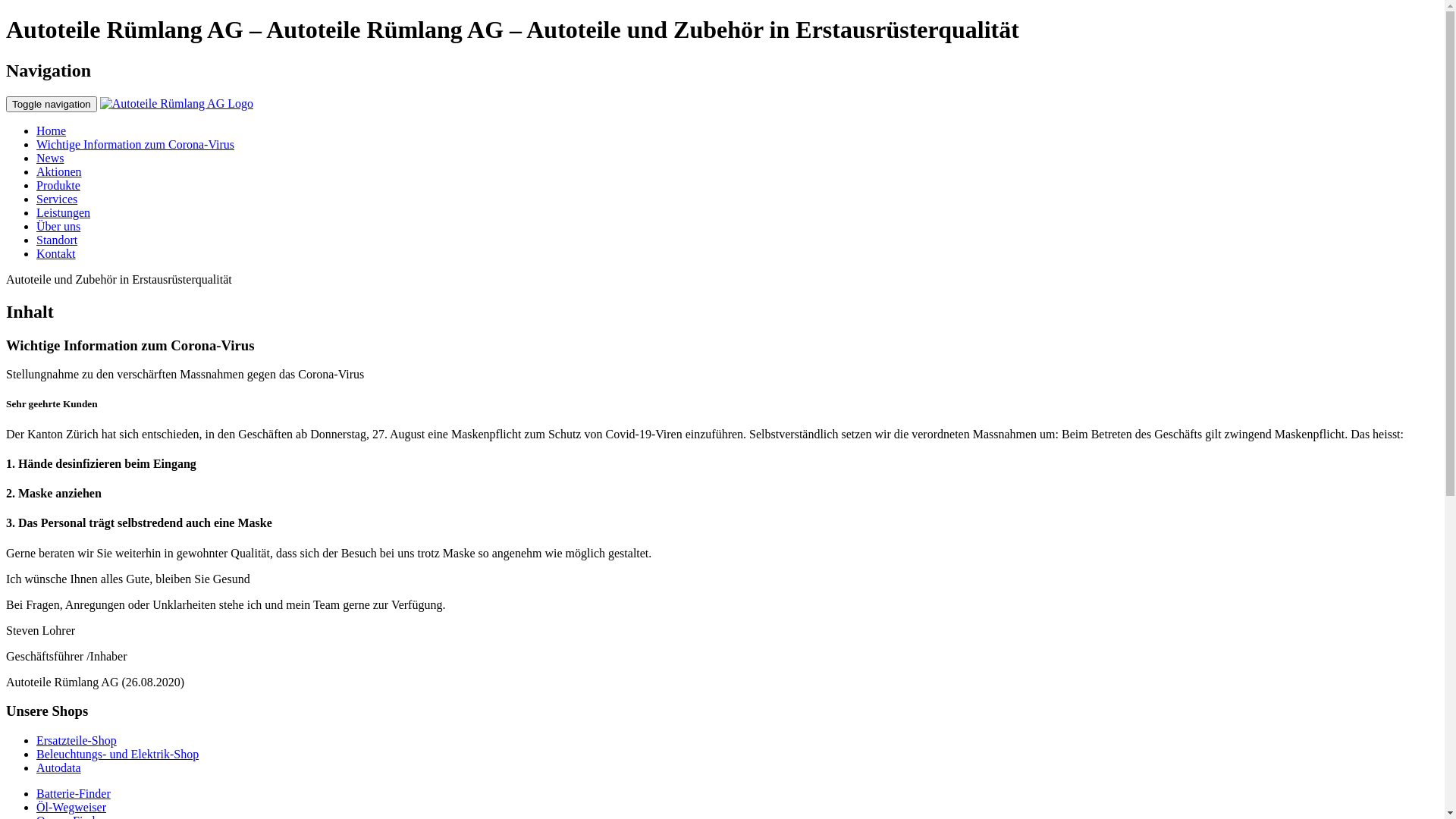 The image size is (1456, 819). I want to click on 'Leistungen', so click(62, 212).